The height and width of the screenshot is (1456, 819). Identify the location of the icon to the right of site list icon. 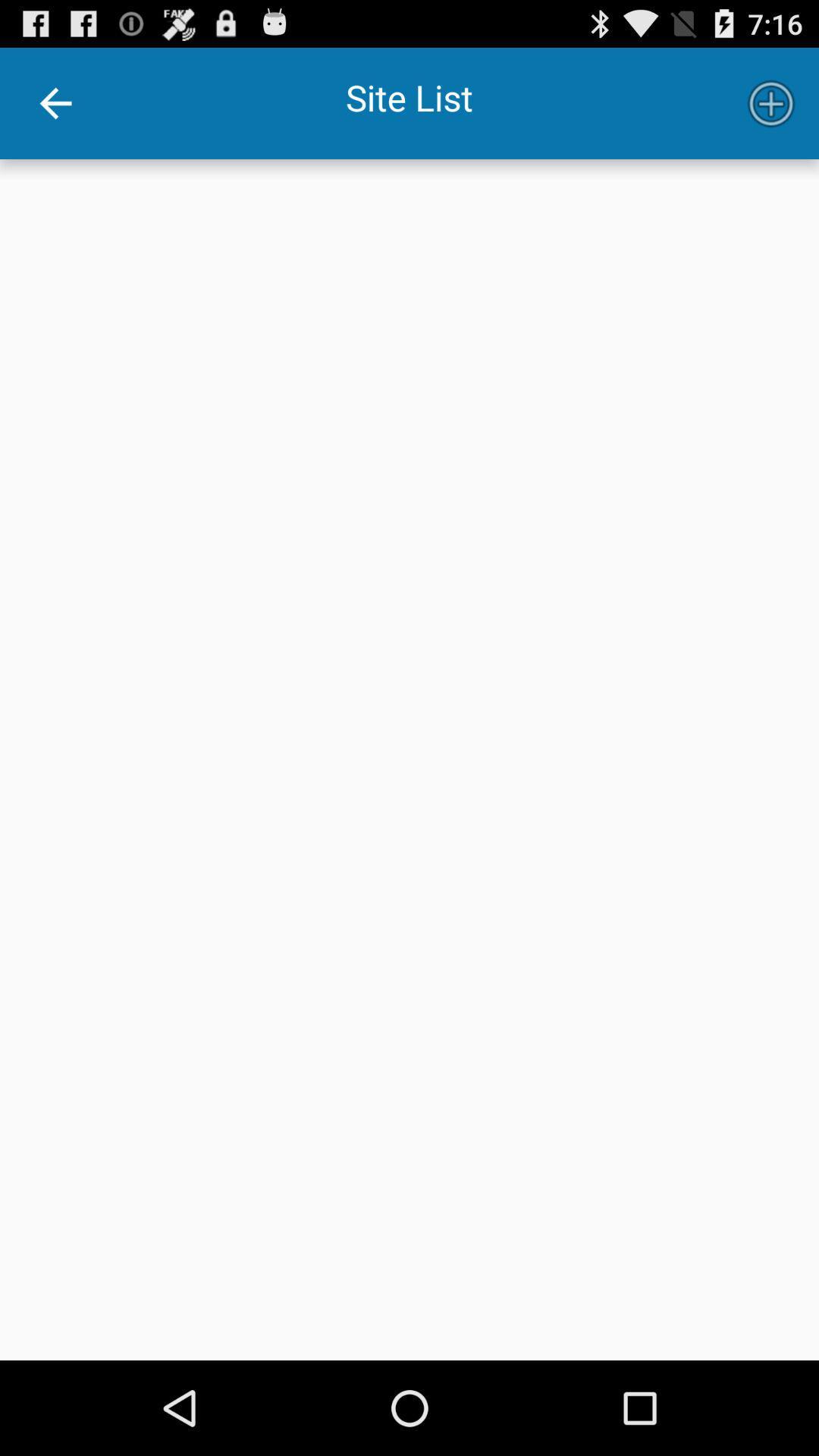
(771, 102).